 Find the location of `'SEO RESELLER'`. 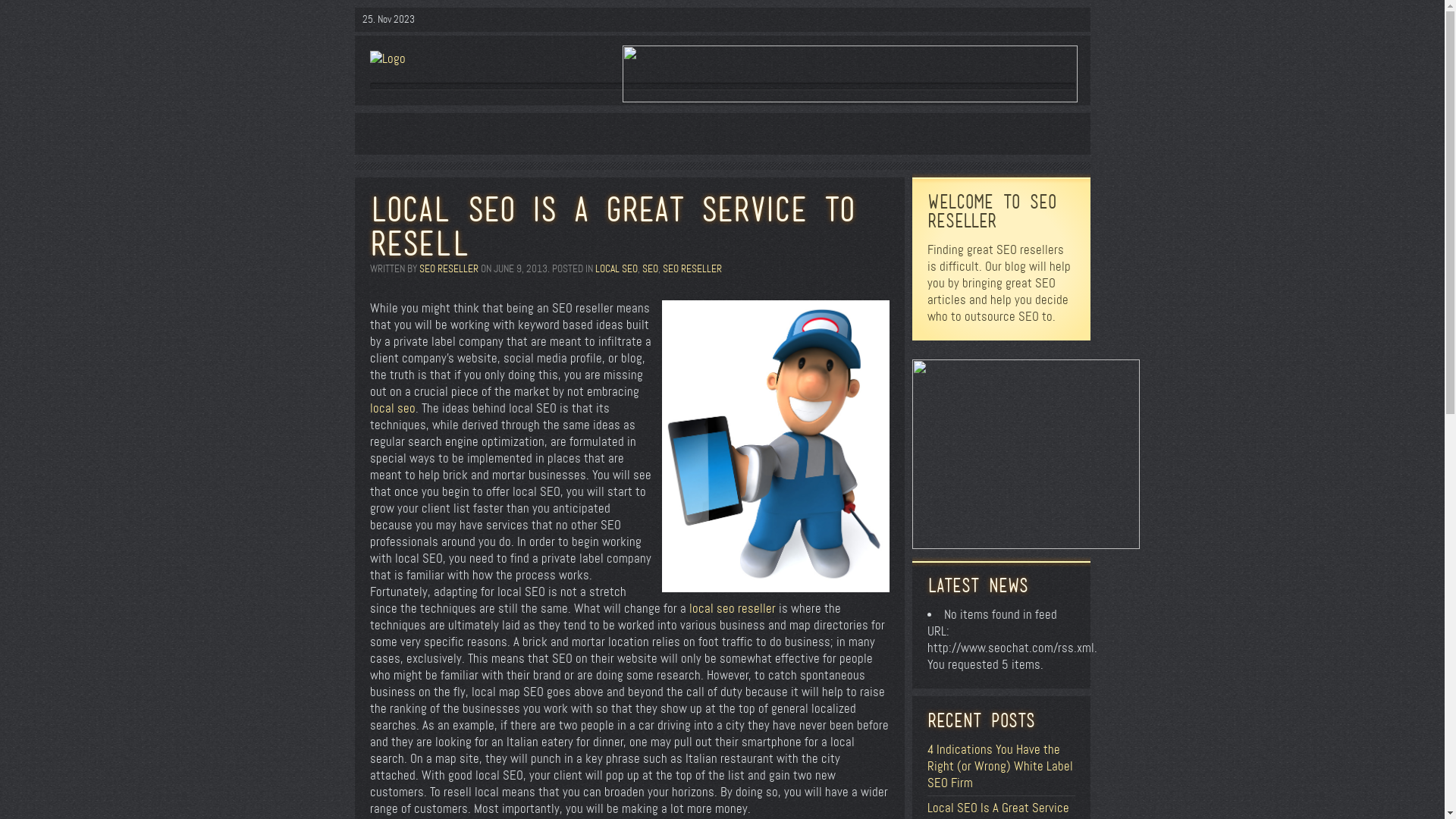

'SEO RESELLER' is located at coordinates (447, 268).